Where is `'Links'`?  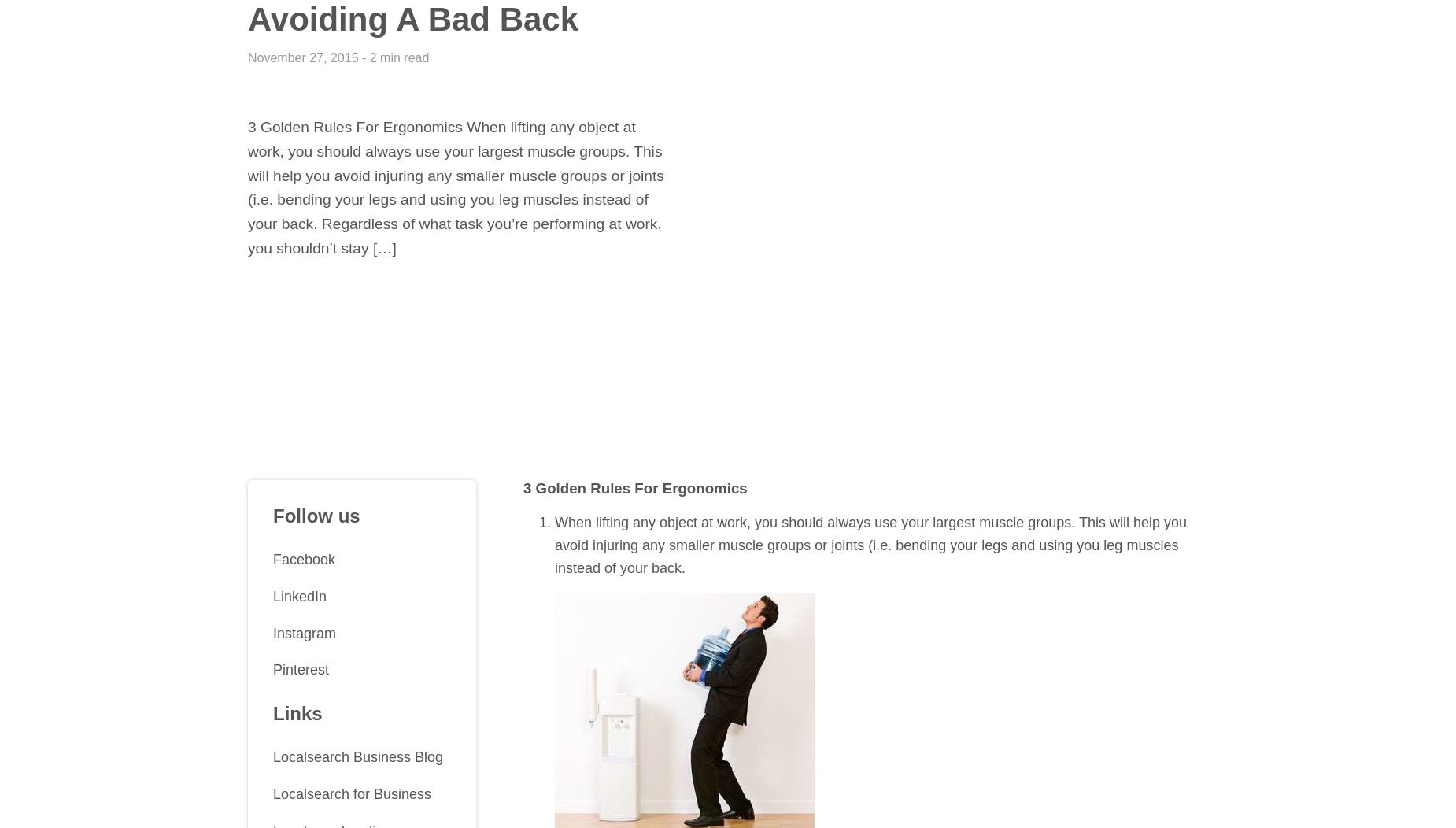 'Links' is located at coordinates (272, 713).